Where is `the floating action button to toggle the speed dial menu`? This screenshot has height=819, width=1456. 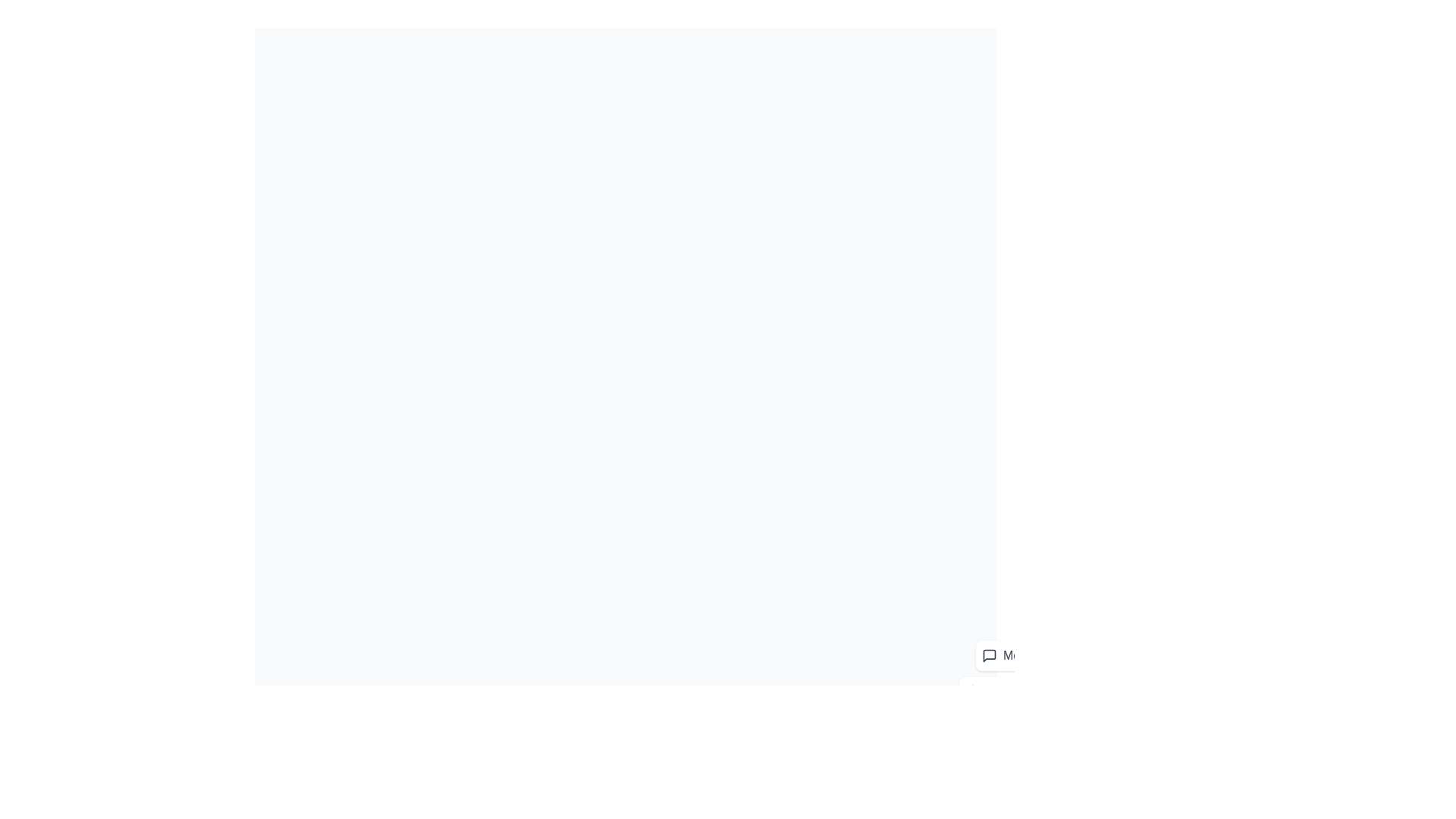 the floating action button to toggle the speed dial menu is located at coordinates (971, 815).